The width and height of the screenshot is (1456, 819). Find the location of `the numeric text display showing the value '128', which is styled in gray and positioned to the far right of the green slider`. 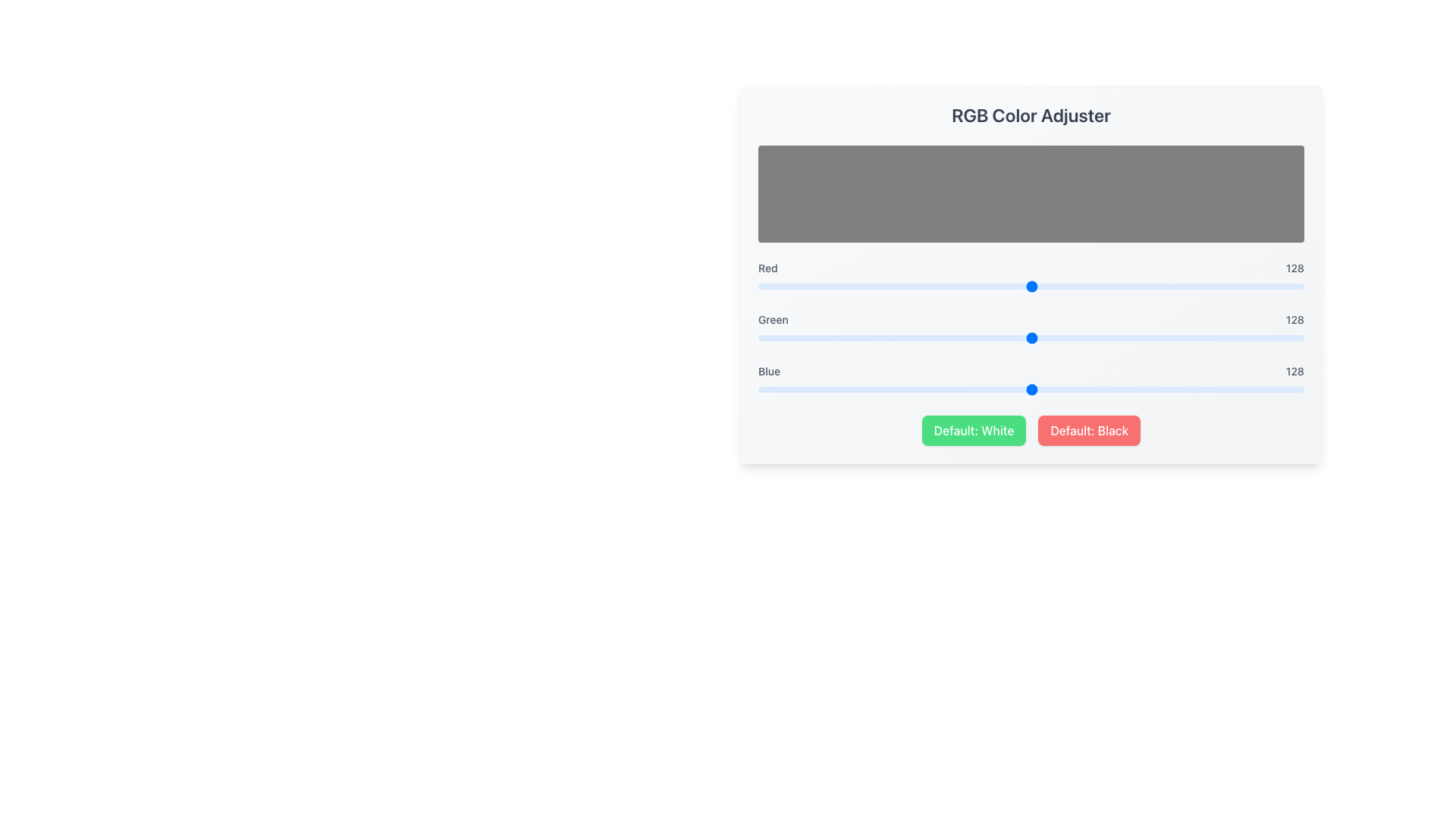

the numeric text display showing the value '128', which is styled in gray and positioned to the far right of the green slider is located at coordinates (1294, 318).